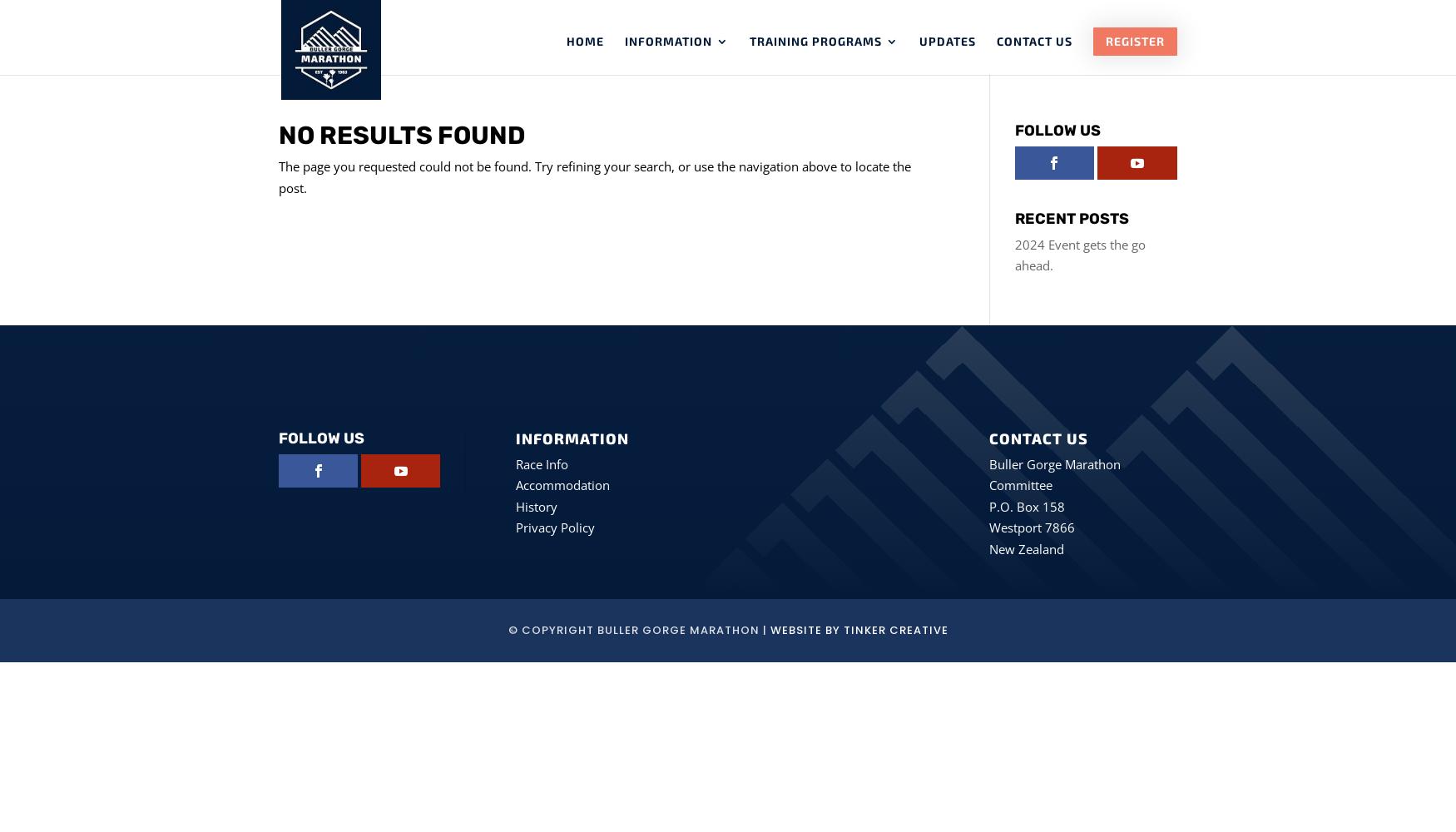  Describe the element at coordinates (769, 630) in the screenshot. I see `'Website by Tinker Creative'` at that location.